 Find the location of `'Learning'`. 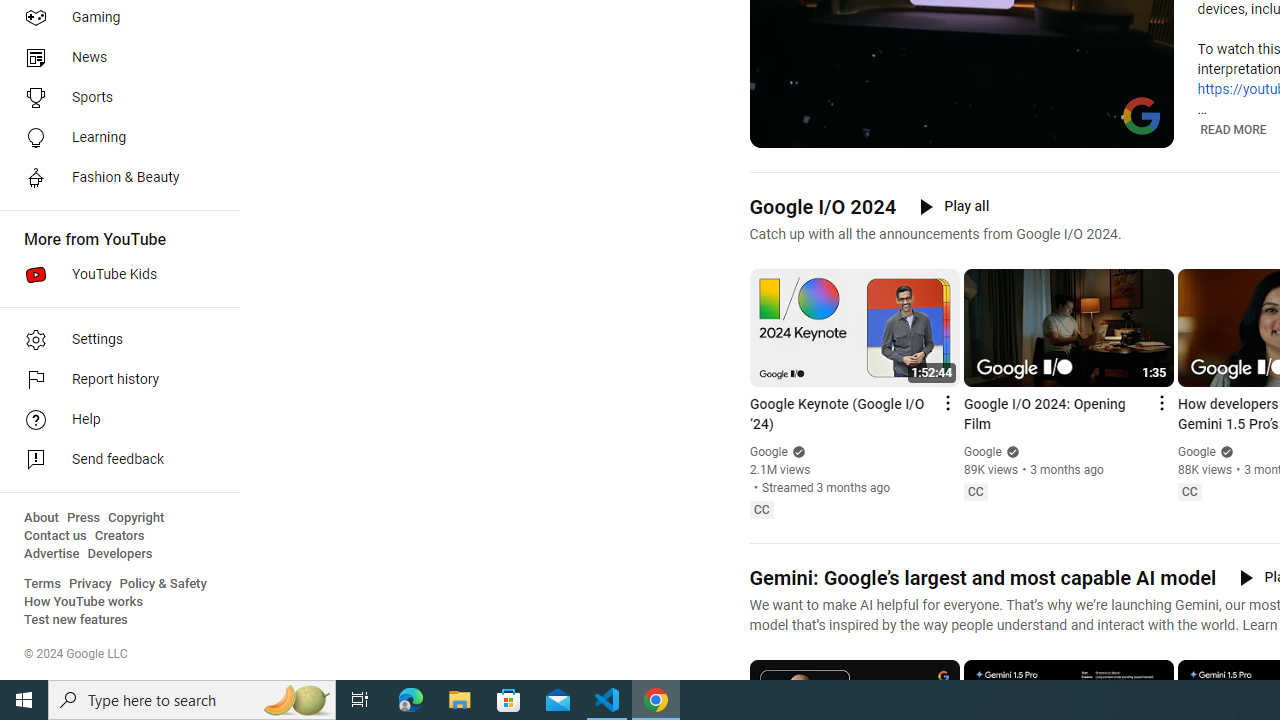

'Learning' is located at coordinates (112, 136).